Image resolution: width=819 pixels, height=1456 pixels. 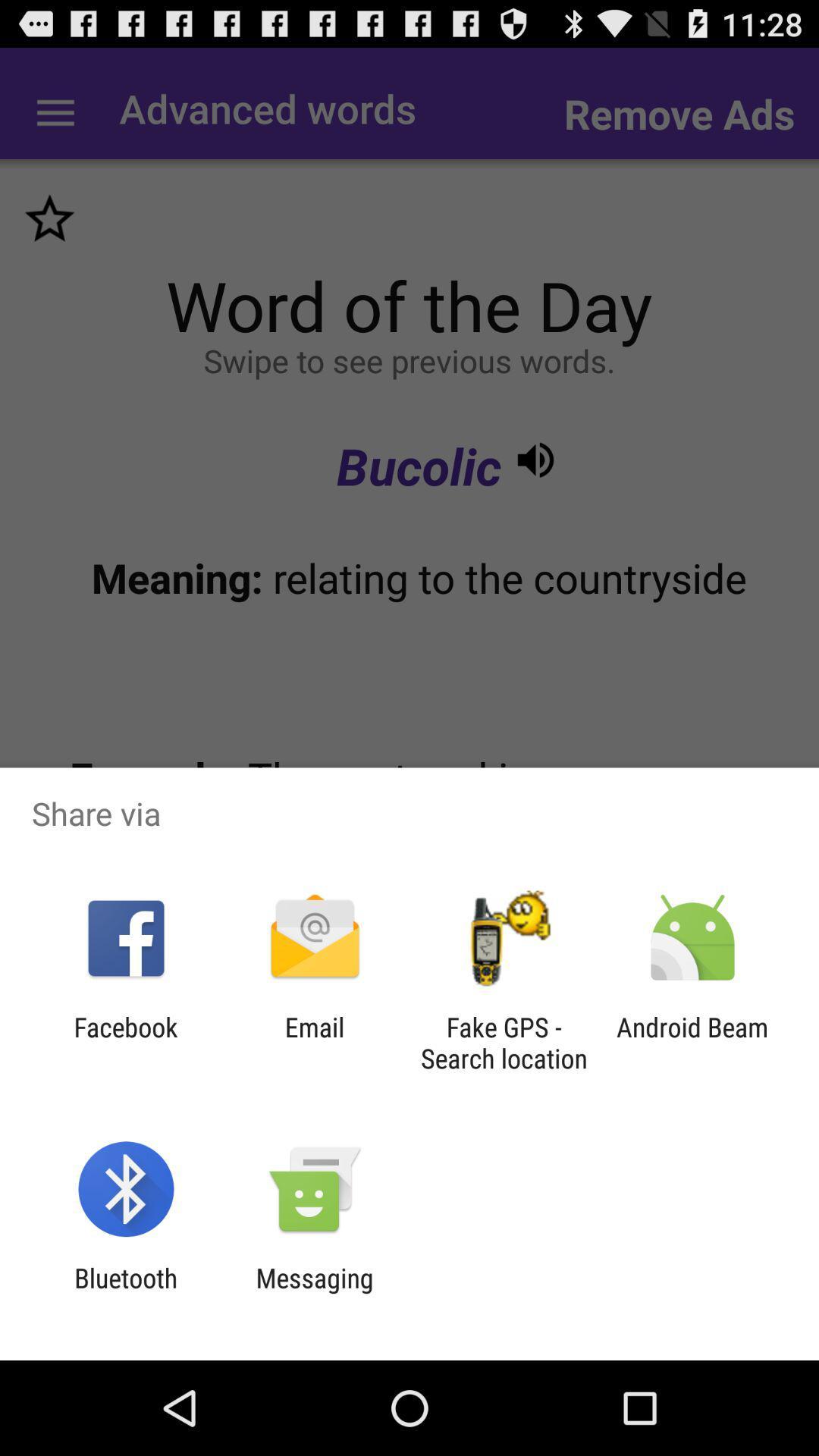 I want to click on the bluetooth icon, so click(x=125, y=1293).